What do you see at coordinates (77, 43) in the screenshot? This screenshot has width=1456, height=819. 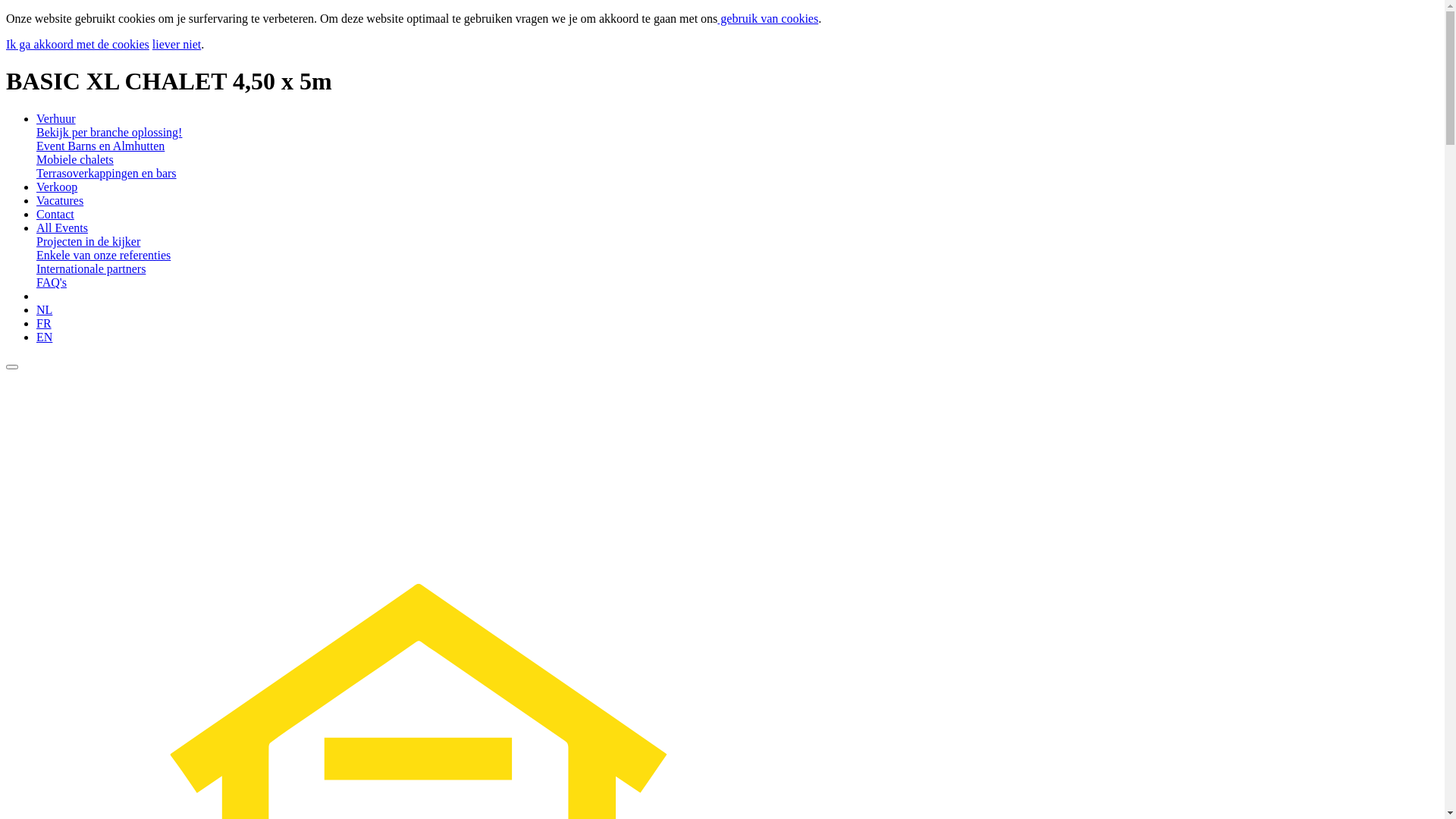 I see `'Ik ga akkoord met de cookies'` at bounding box center [77, 43].